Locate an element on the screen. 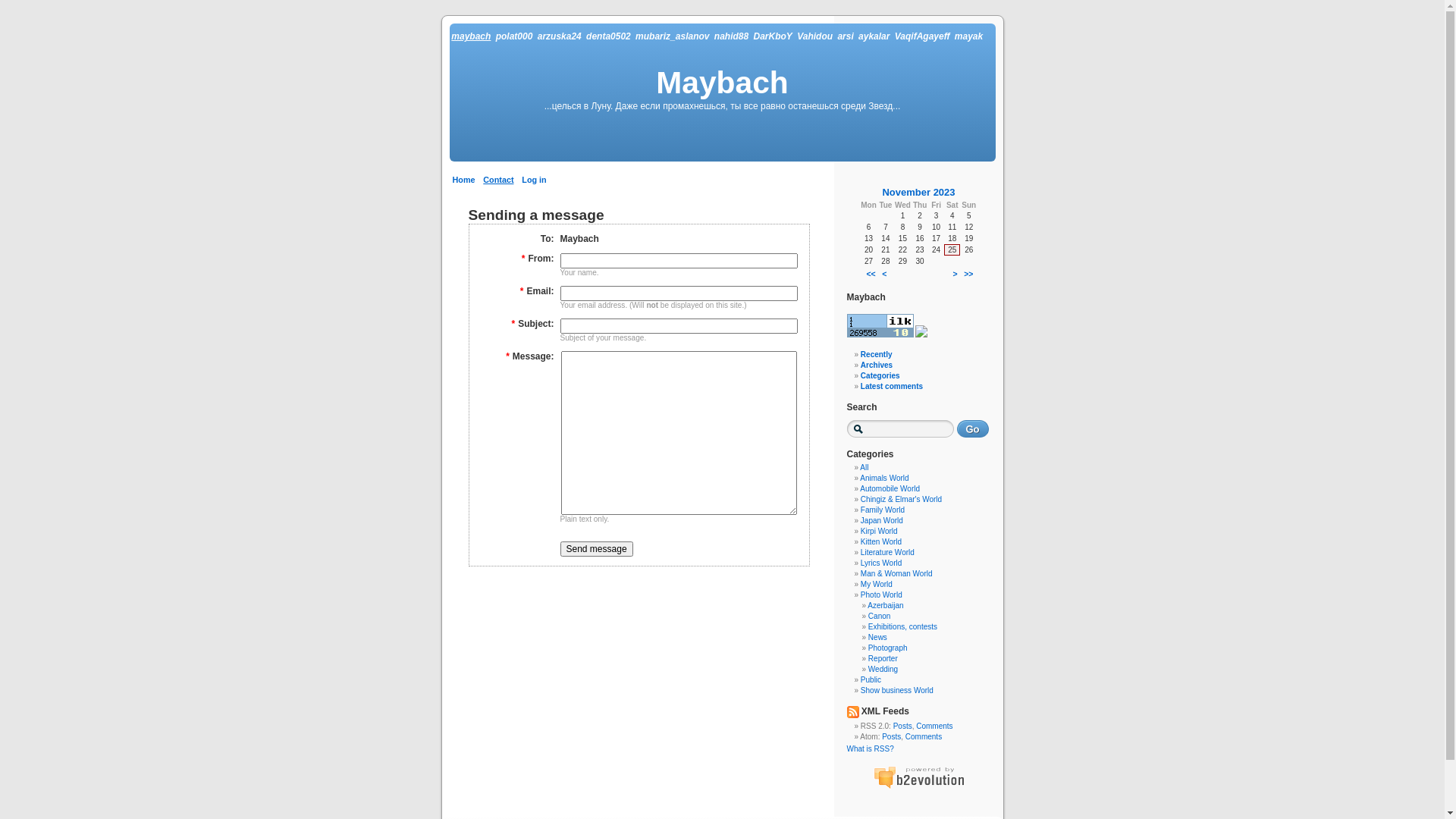 The image size is (1456, 819). '<' is located at coordinates (884, 274).